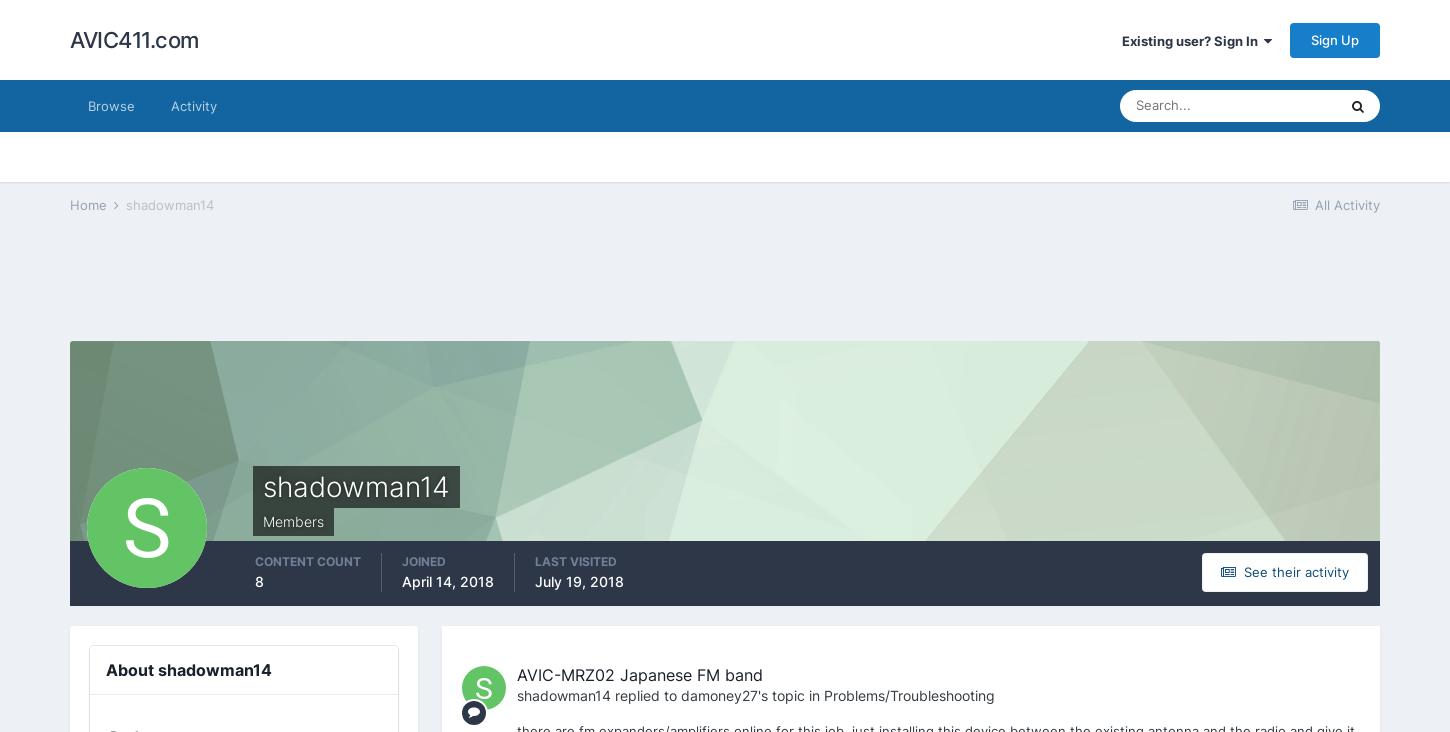 Image resolution: width=1450 pixels, height=732 pixels. What do you see at coordinates (90, 203) in the screenshot?
I see `'Home'` at bounding box center [90, 203].